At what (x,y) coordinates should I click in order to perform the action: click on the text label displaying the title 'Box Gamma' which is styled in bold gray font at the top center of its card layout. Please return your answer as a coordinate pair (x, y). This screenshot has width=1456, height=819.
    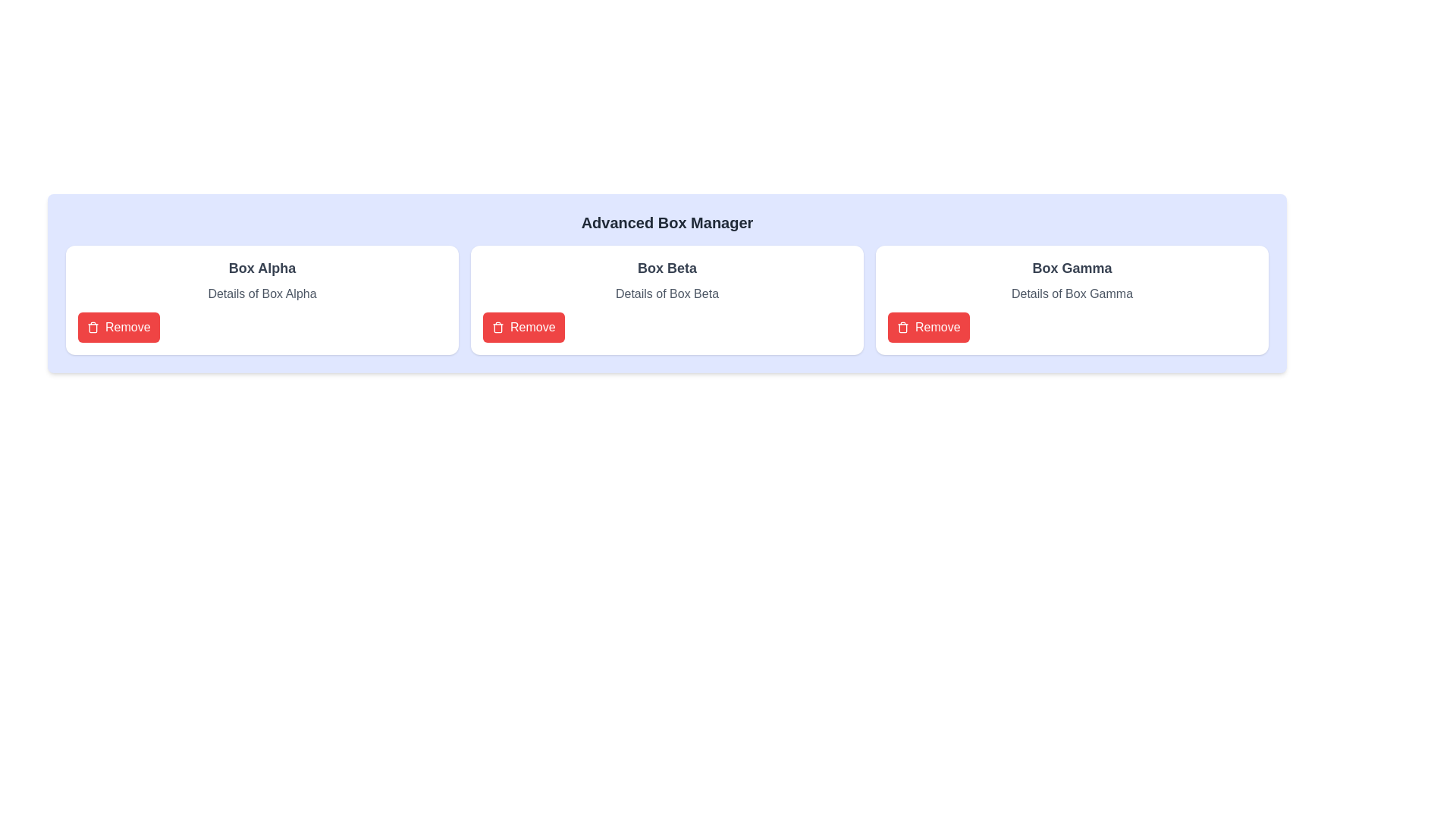
    Looking at the image, I should click on (1072, 268).